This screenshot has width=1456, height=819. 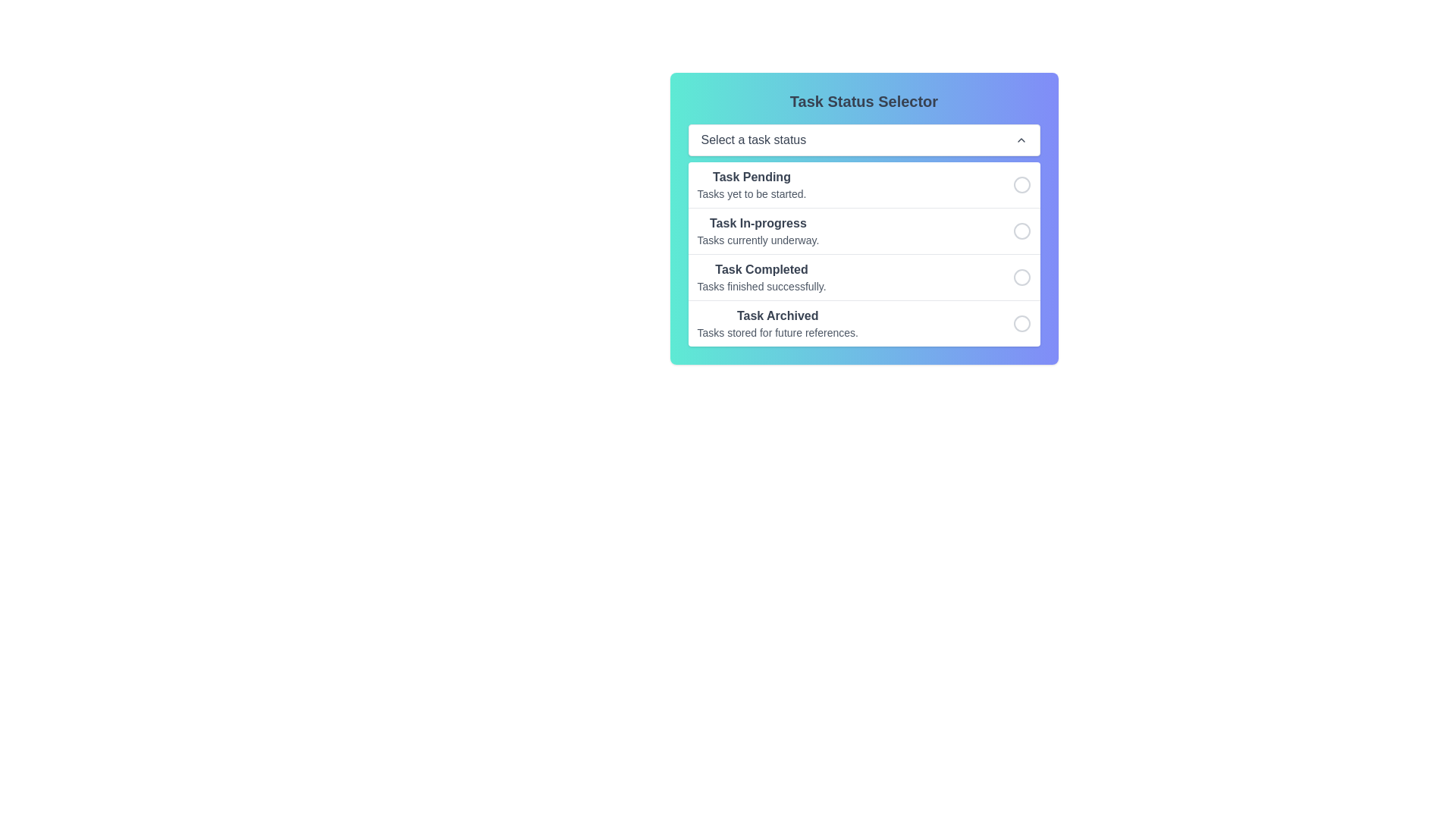 What do you see at coordinates (1021, 278) in the screenshot?
I see `the circular icon indicating 'Task Completed' status` at bounding box center [1021, 278].